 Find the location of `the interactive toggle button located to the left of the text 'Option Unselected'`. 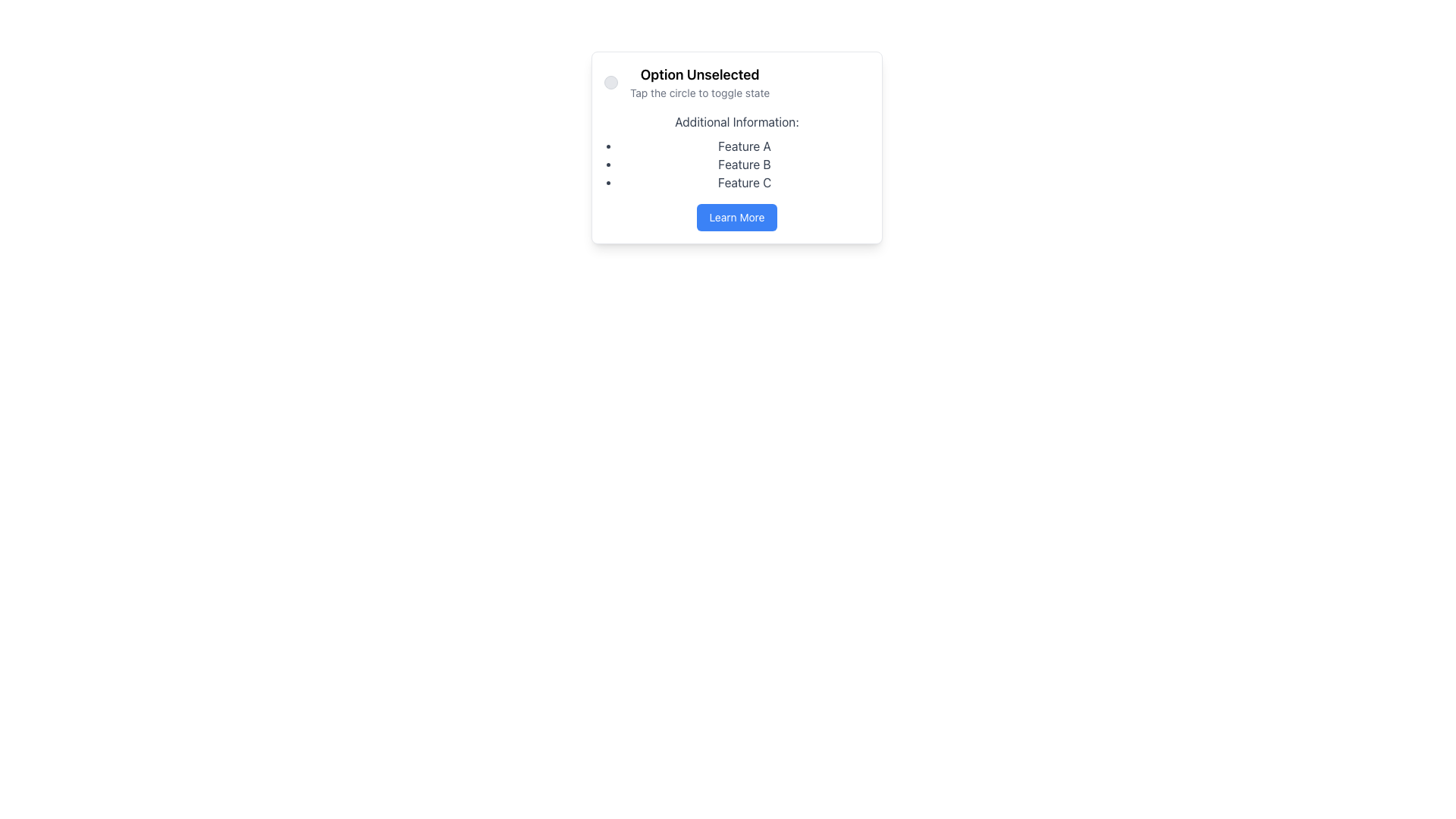

the interactive toggle button located to the left of the text 'Option Unselected' is located at coordinates (611, 82).